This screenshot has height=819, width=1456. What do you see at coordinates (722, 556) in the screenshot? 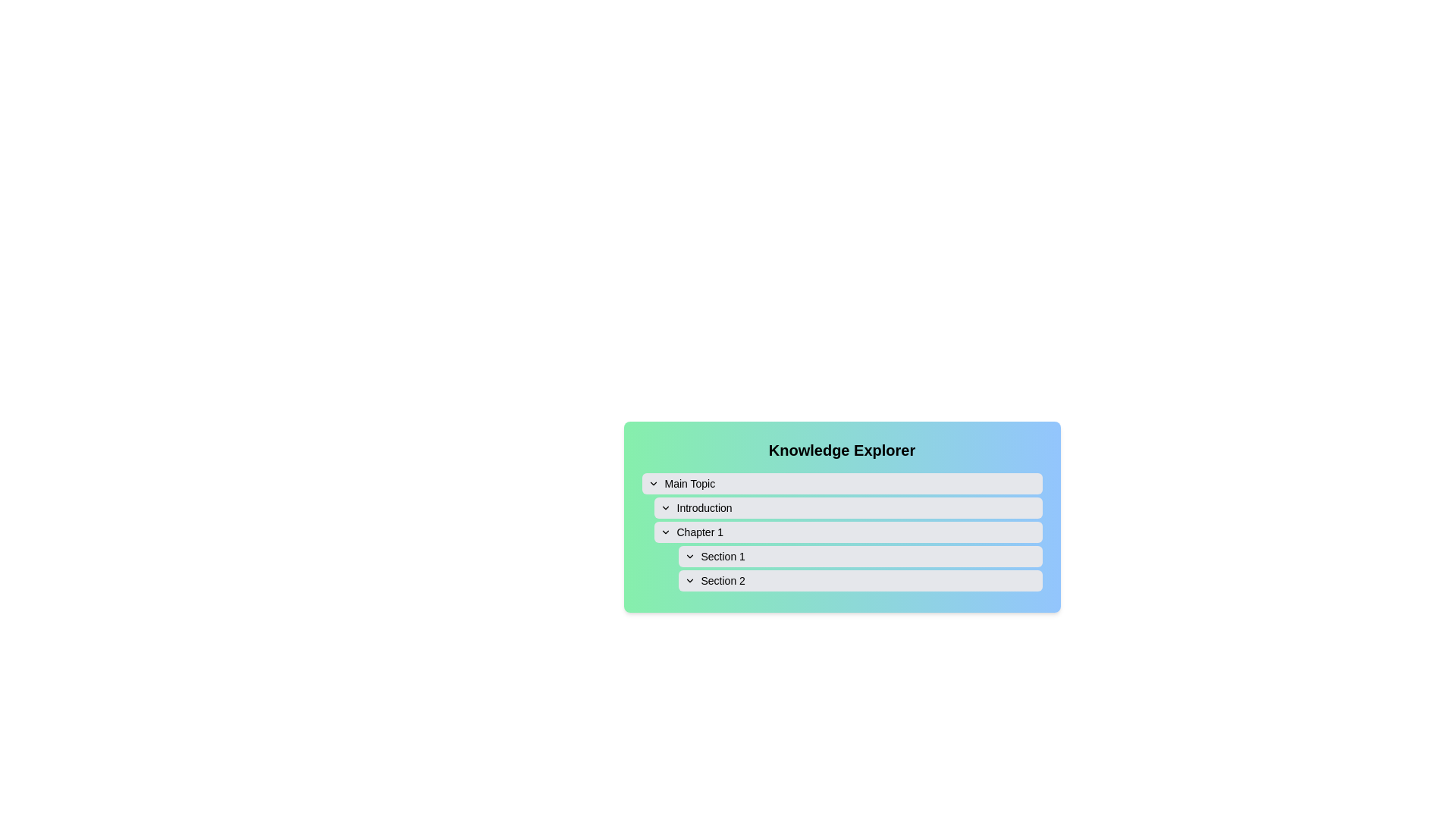
I see `the text label displaying 'Section 1' in gray color, located under 'Chapter 1' in the hierarchical interface` at bounding box center [722, 556].